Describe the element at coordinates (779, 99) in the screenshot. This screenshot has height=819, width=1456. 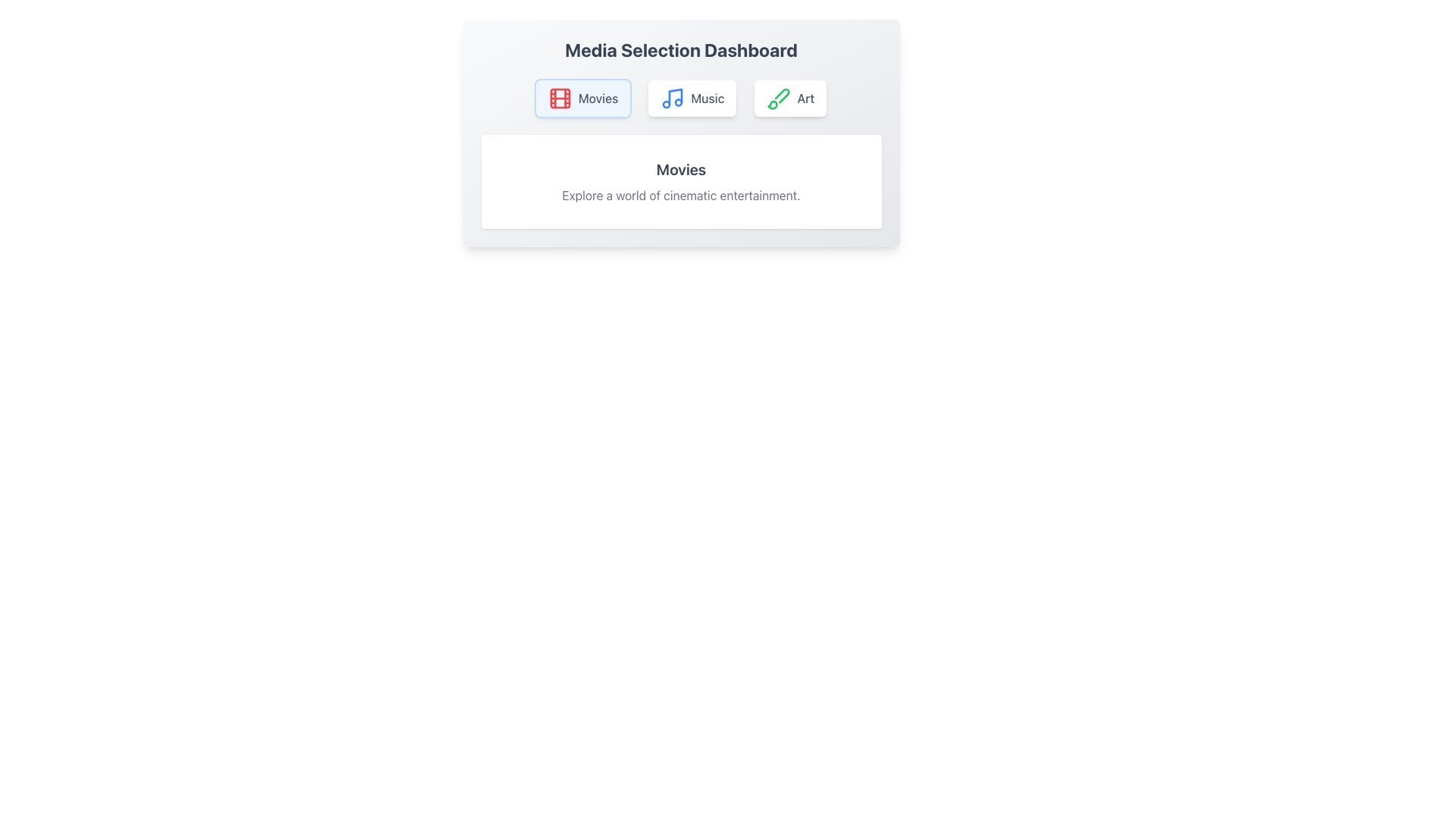
I see `the green brush icon located in the top section of the dashboard, which is part of the 'Art' category card and positioned to the rightmost among three icons` at that location.